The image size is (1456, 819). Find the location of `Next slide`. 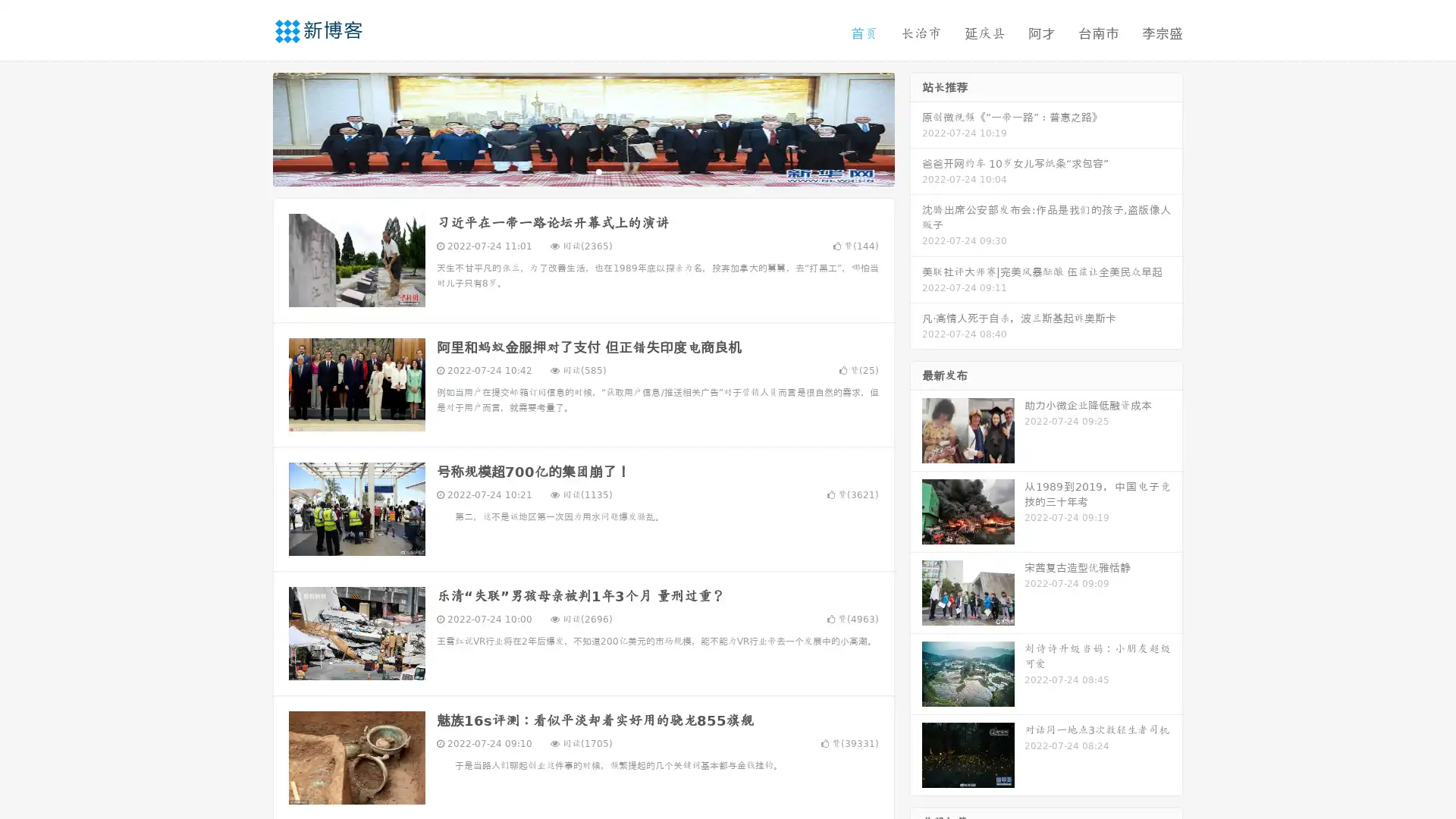

Next slide is located at coordinates (916, 127).